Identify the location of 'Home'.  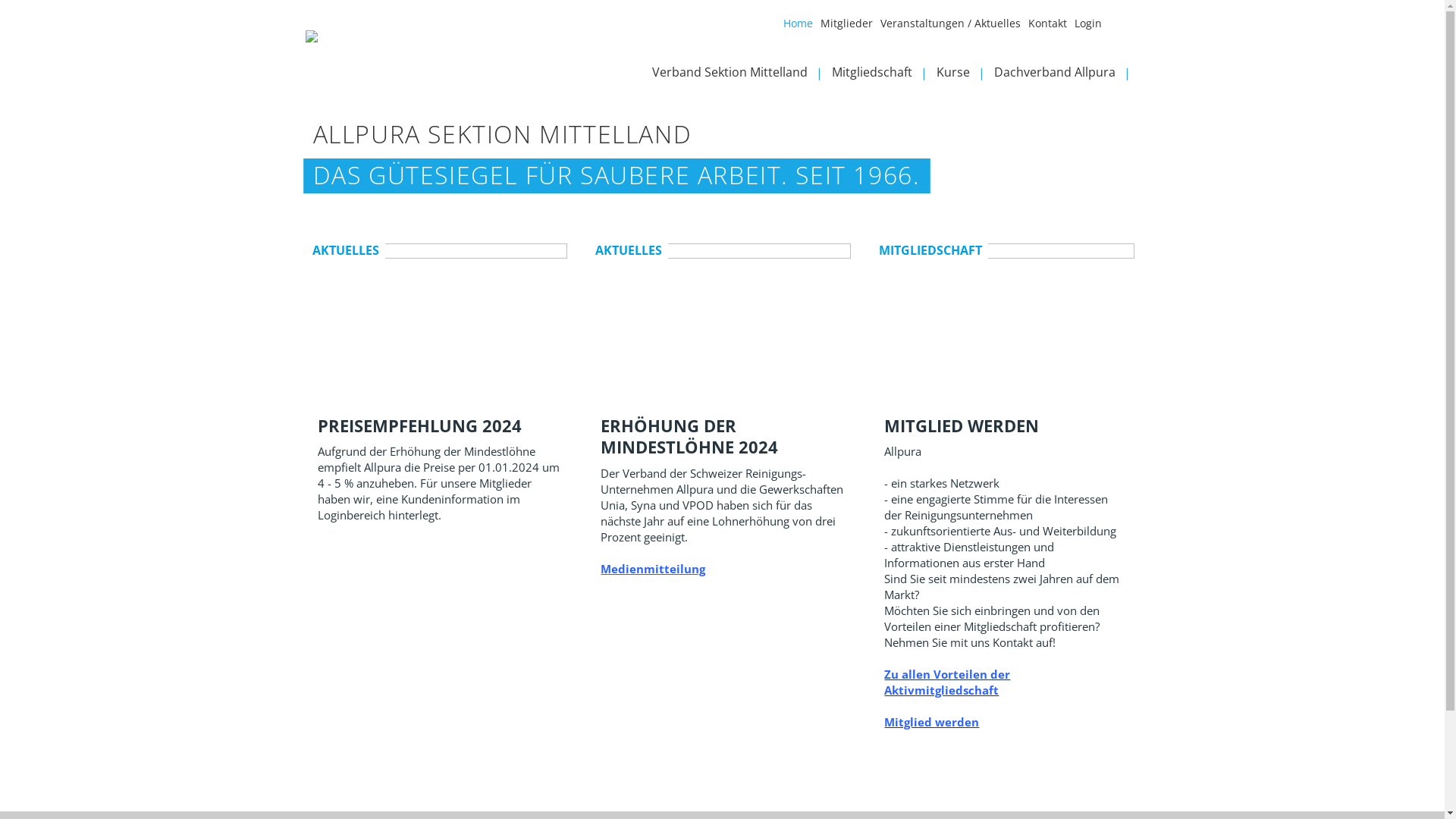
(800, 26).